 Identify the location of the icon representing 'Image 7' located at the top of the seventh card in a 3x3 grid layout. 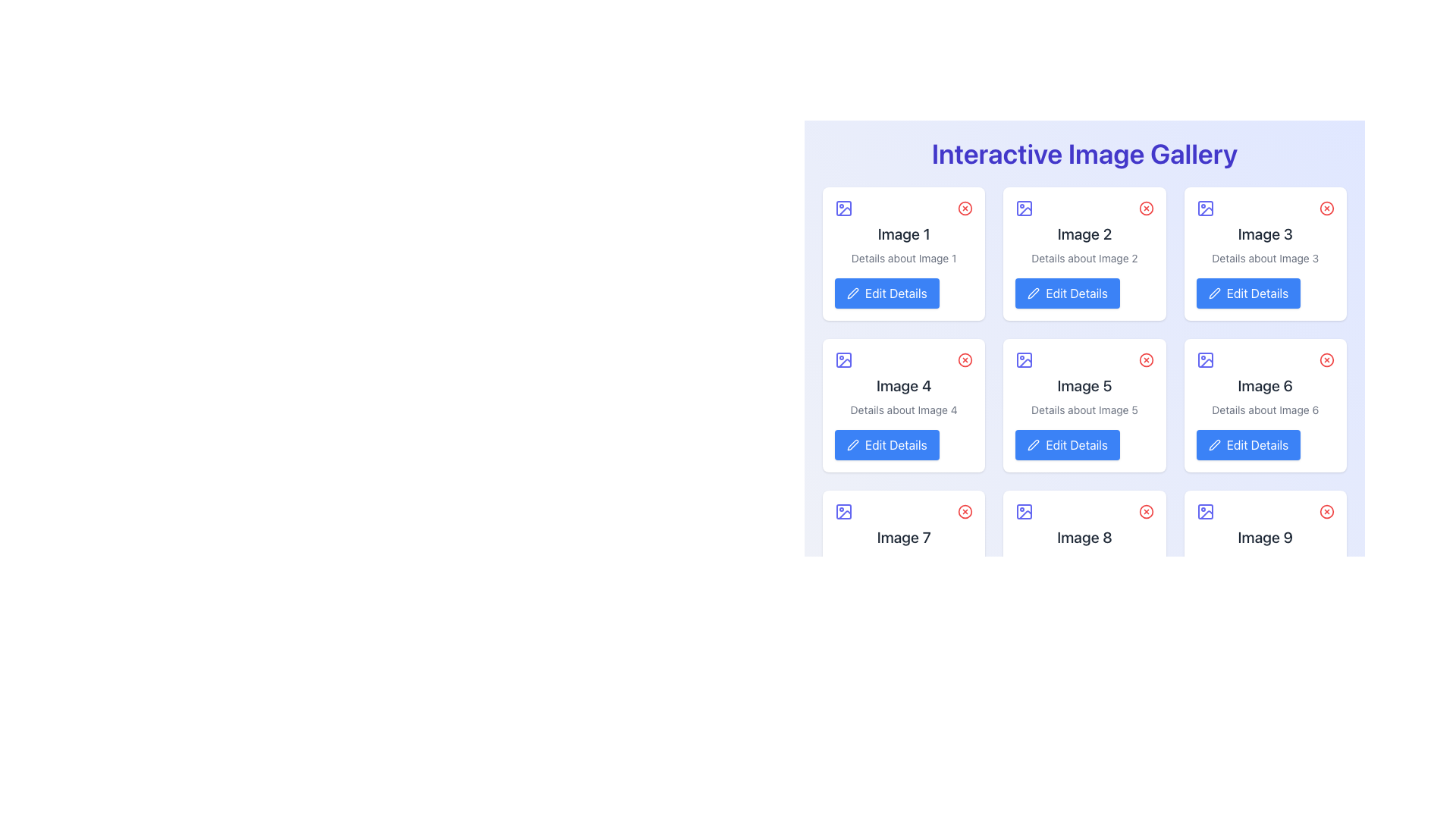
(843, 512).